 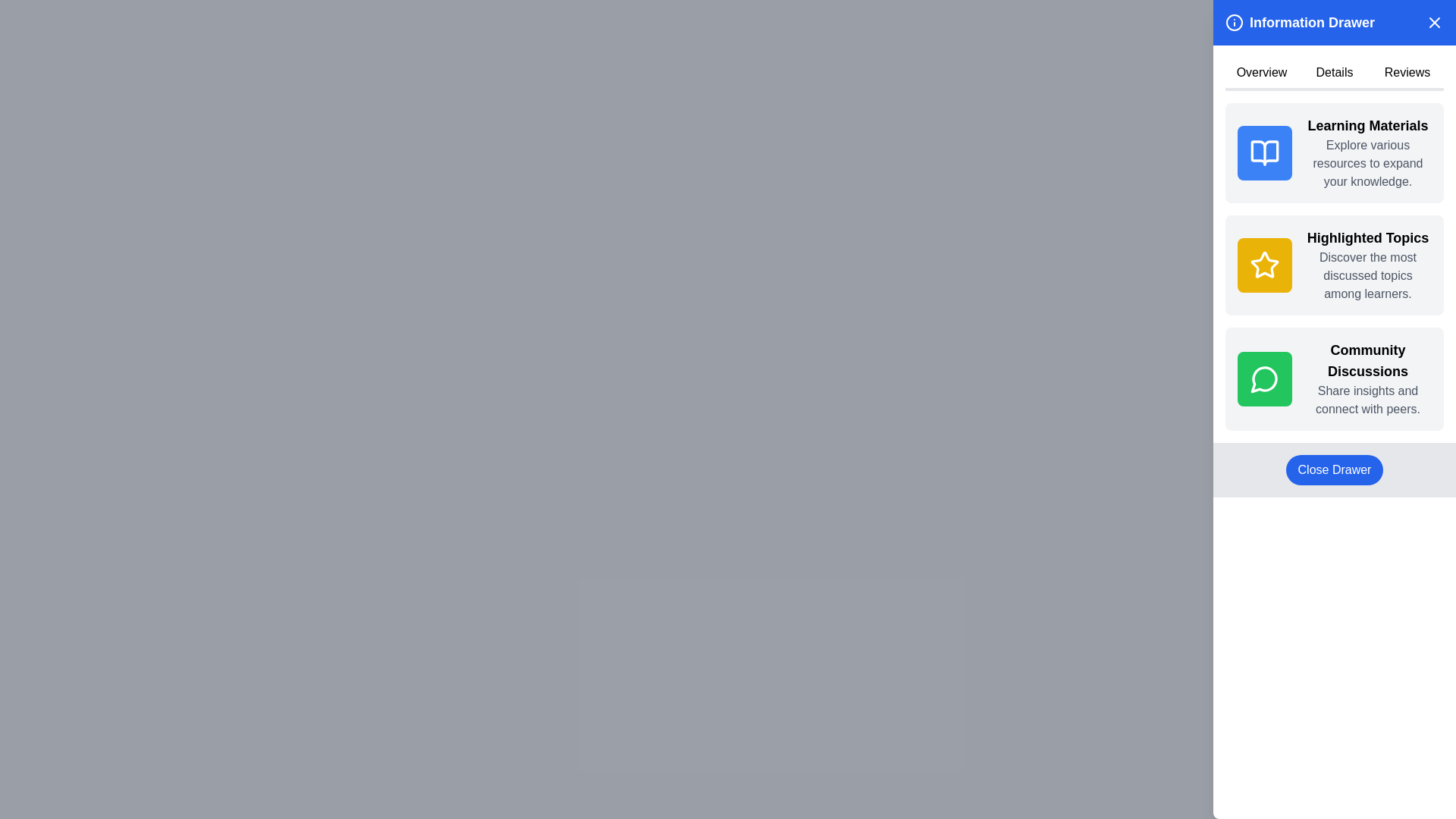 I want to click on the text label that reads 'Discover the most discussed topics among learners.' for accessibility purposes, so click(x=1368, y=275).